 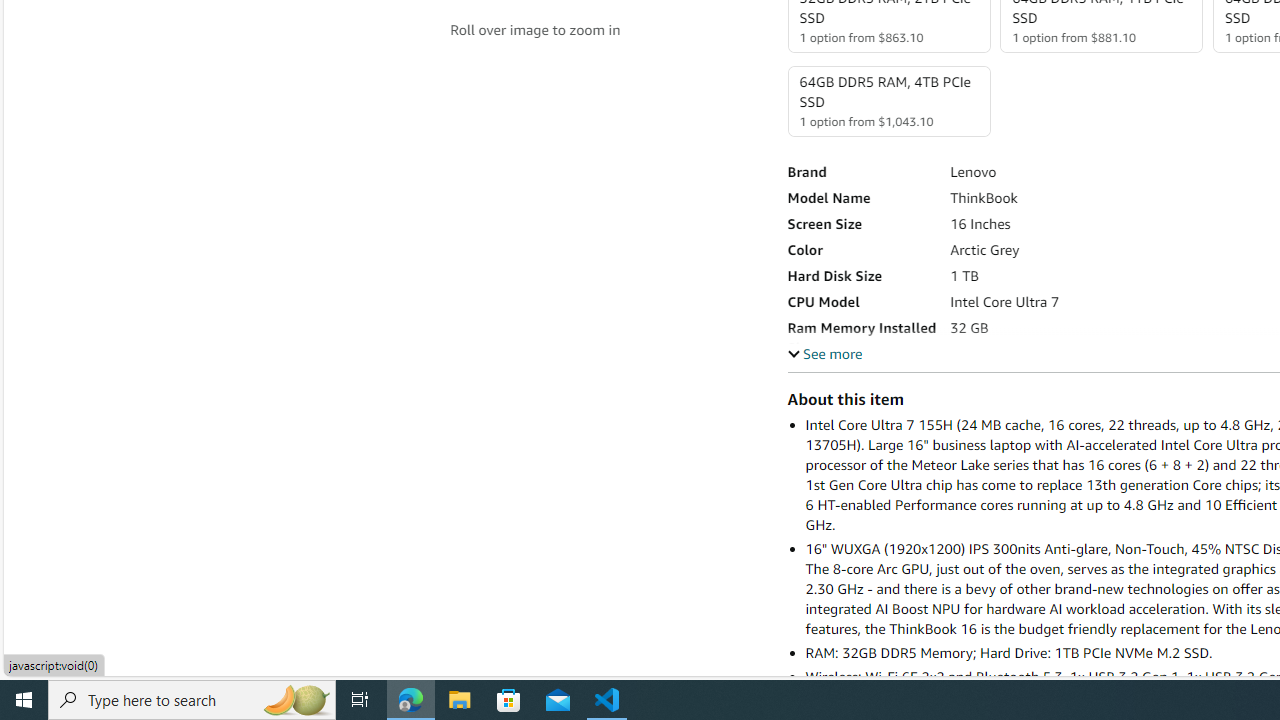 What do you see at coordinates (887, 101) in the screenshot?
I see `'64GB DDR5 RAM, 4TB PCIe SSD 1 option from $1,043.10'` at bounding box center [887, 101].